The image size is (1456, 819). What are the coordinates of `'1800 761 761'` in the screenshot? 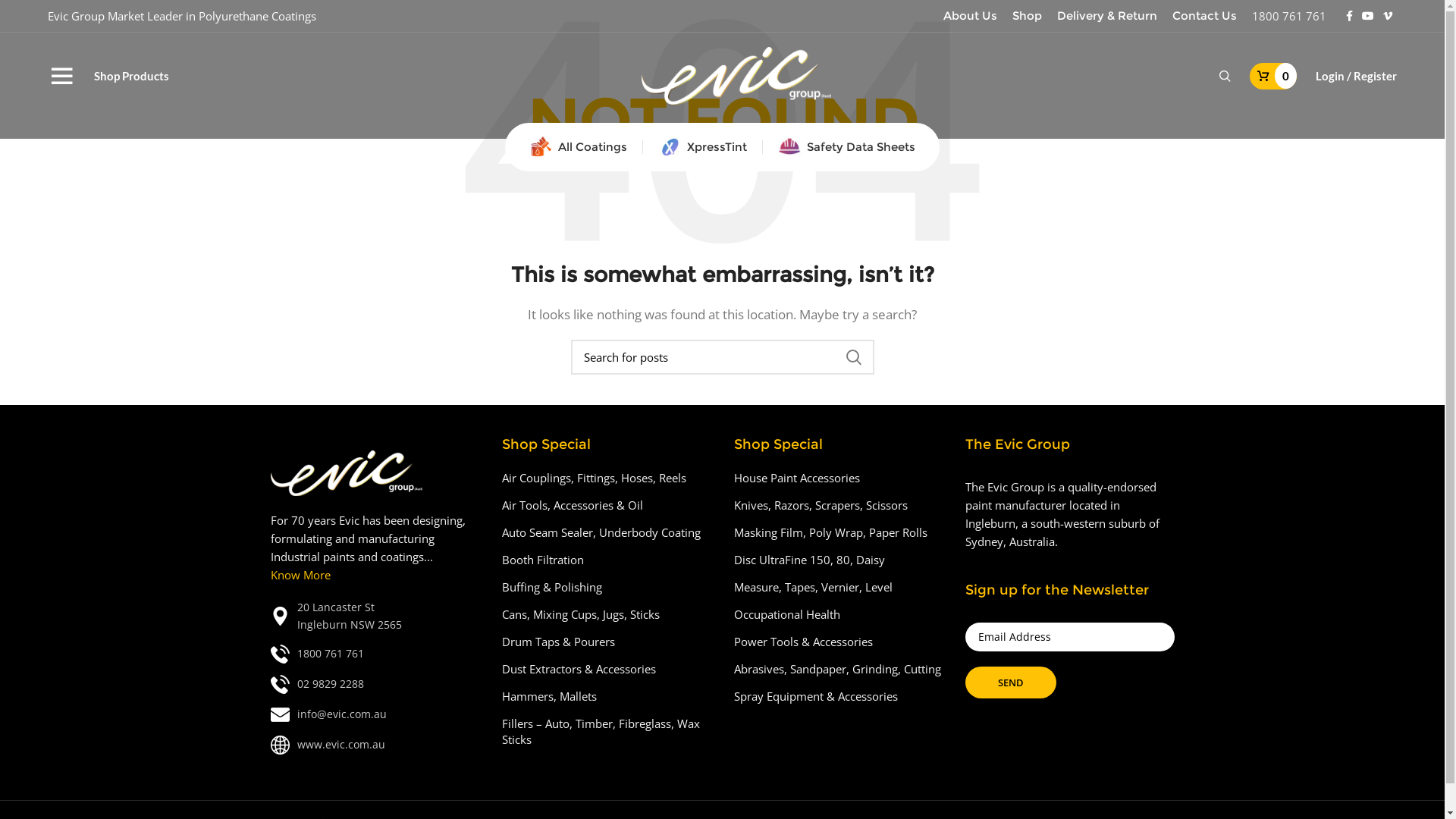 It's located at (1288, 15).